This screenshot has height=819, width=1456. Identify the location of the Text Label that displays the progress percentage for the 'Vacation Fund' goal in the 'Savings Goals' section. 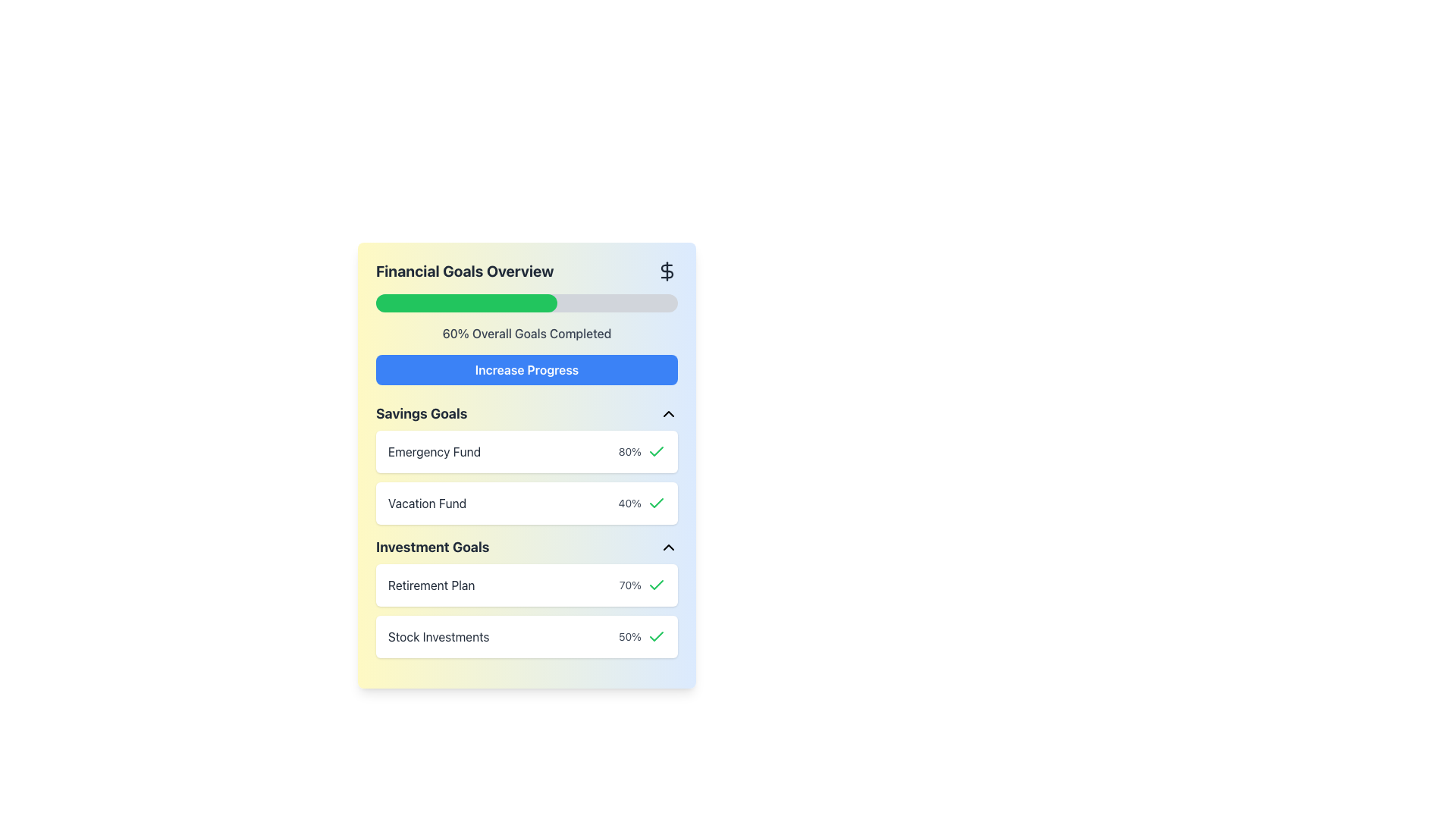
(629, 503).